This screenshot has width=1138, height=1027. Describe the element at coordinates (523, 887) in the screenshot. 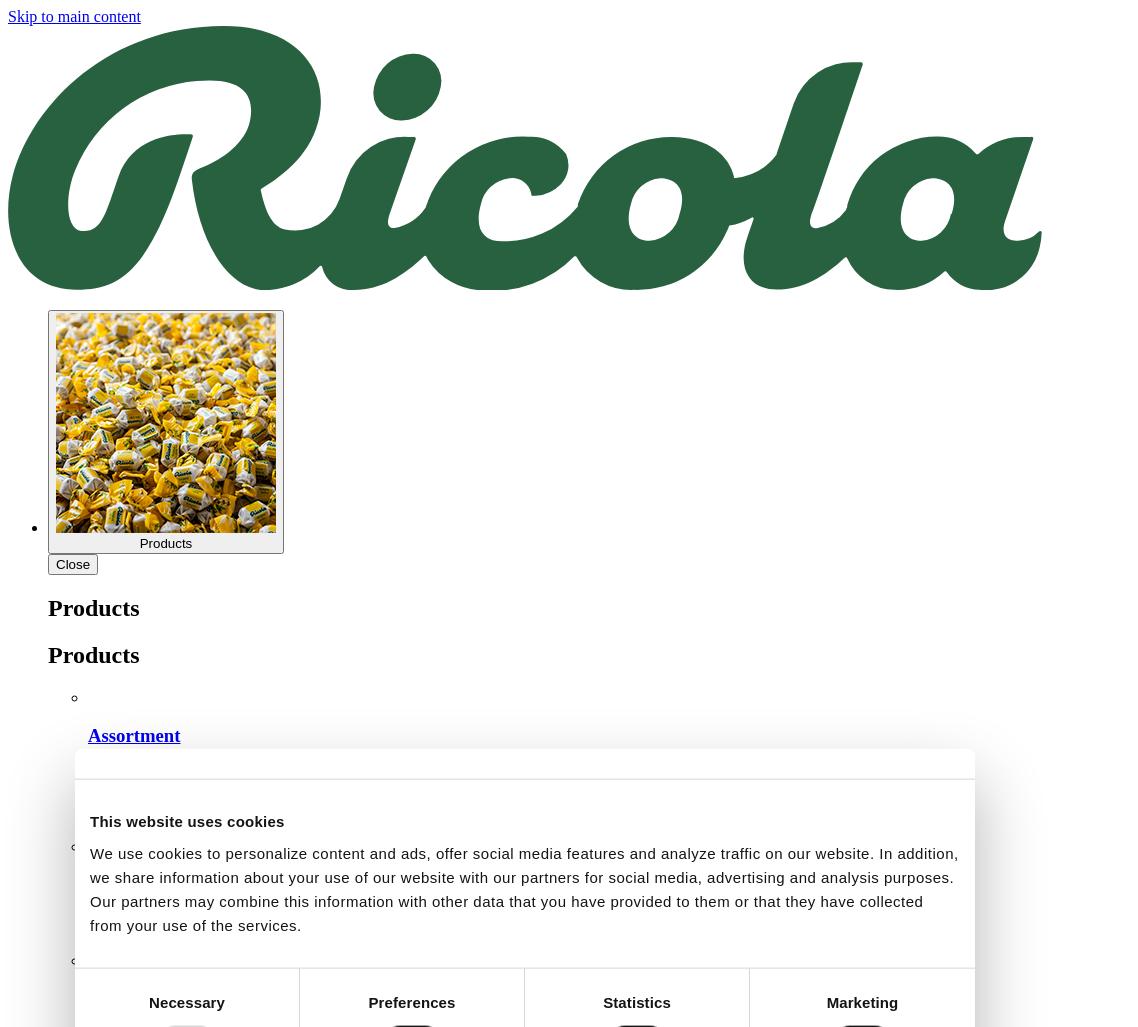

I see `'We use cookies to personalize content and ads, offer social media features and analyze traffic on our website. In addition, we share information about your use of our website with our partners for social media, advertising and analysis purposes. Our partners may combine this information with other data that you have provided to them or that they have collected from your use of the services.'` at that location.